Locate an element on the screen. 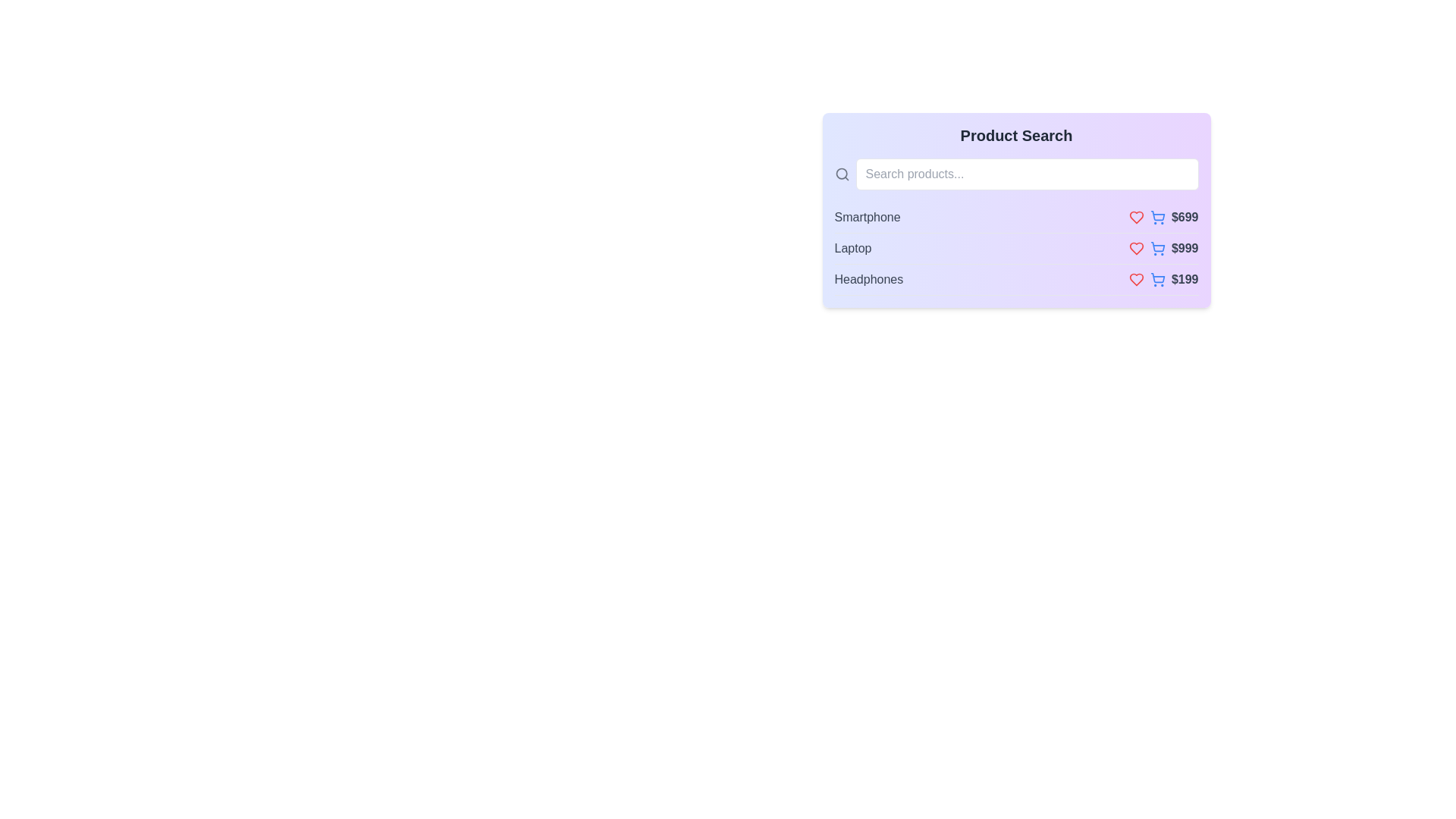  text label displaying 'Laptop' which is positioned below 'Smartphone' and to the left of the price and icon elements is located at coordinates (852, 247).